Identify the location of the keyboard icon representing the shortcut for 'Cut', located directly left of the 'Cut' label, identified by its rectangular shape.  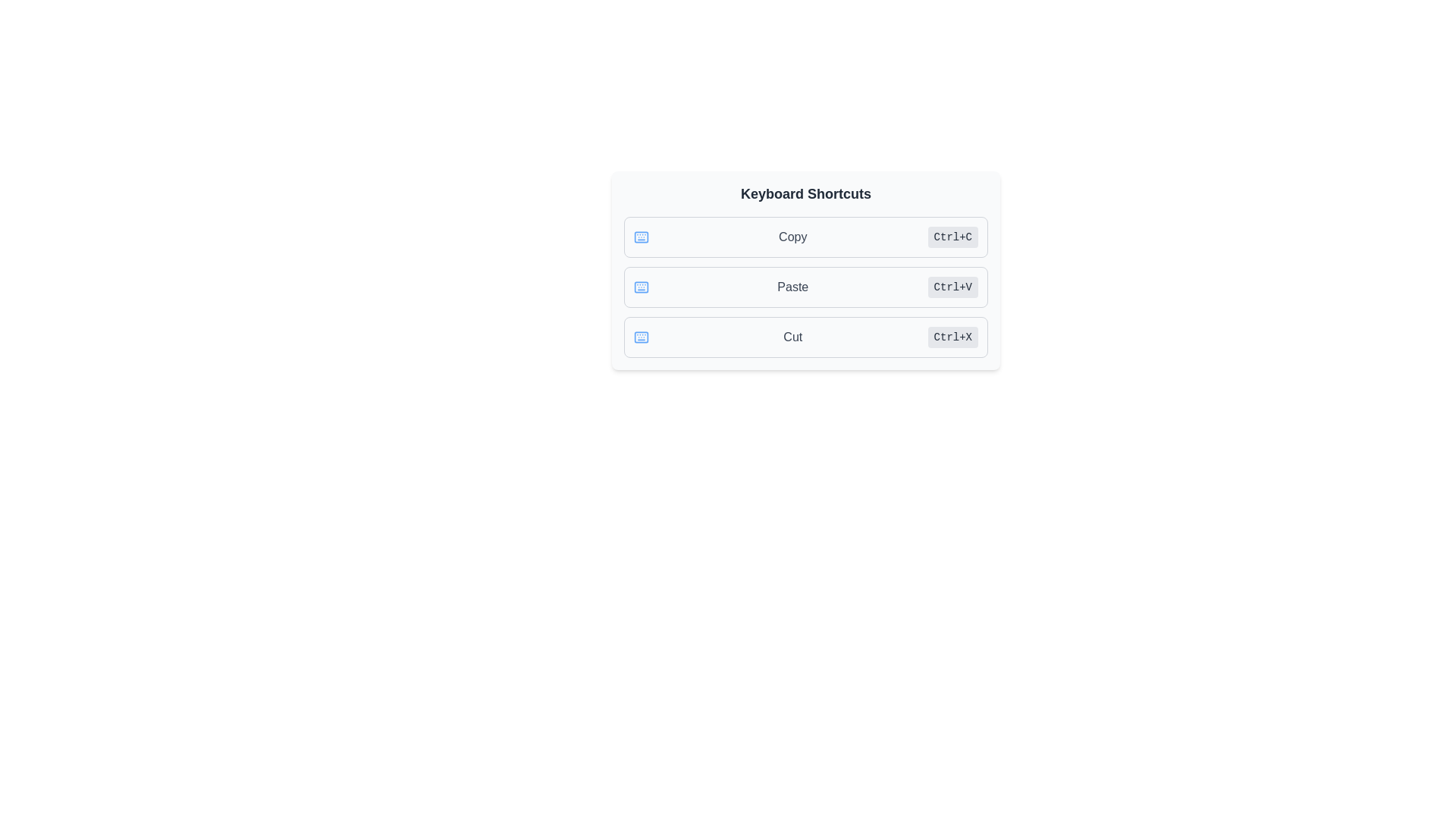
(641, 336).